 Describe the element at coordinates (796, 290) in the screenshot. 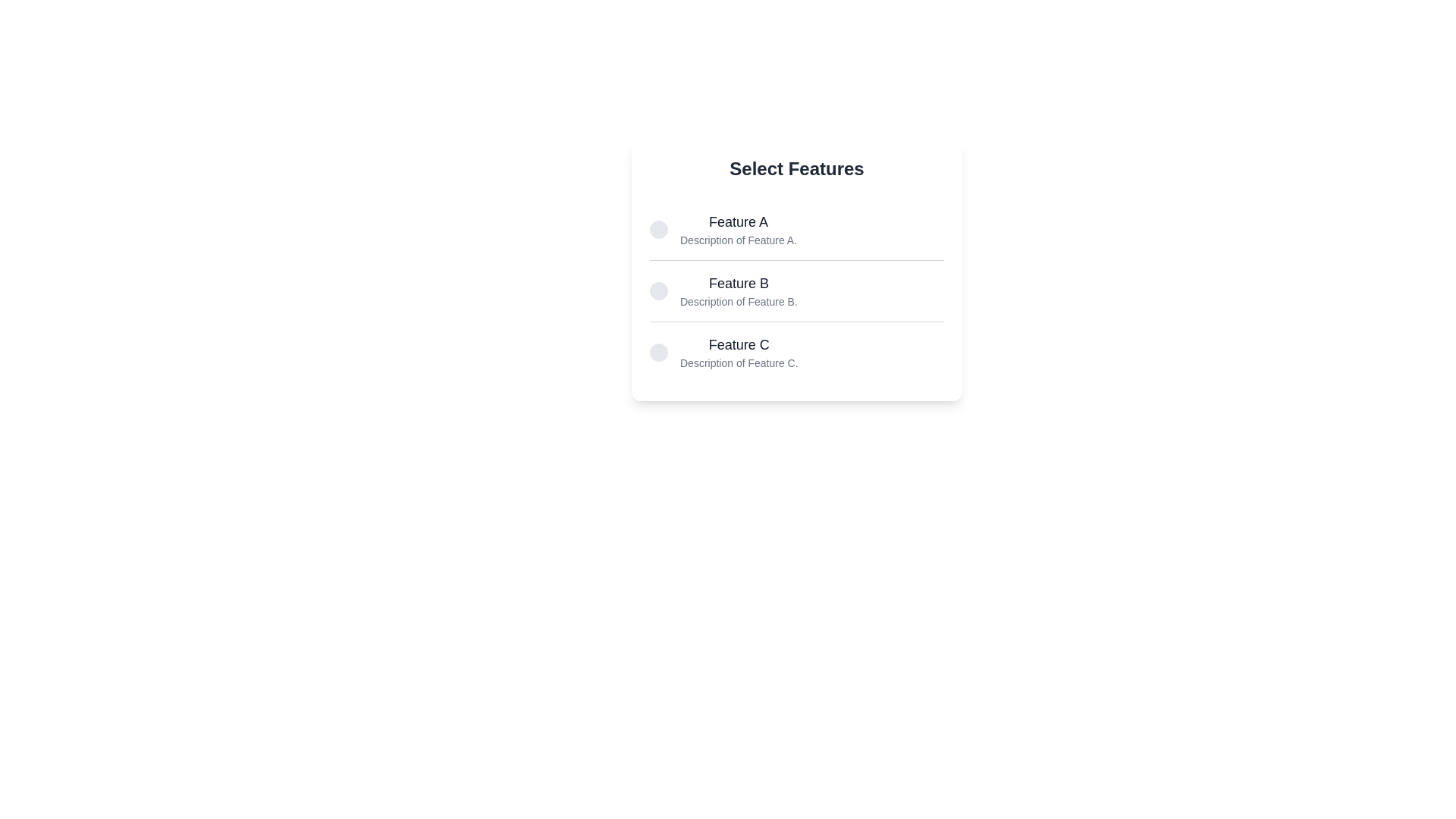

I see `the list item titled 'Feature B' which contains a description 'Description of Feature B.' and has a gray circle to its left side` at that location.